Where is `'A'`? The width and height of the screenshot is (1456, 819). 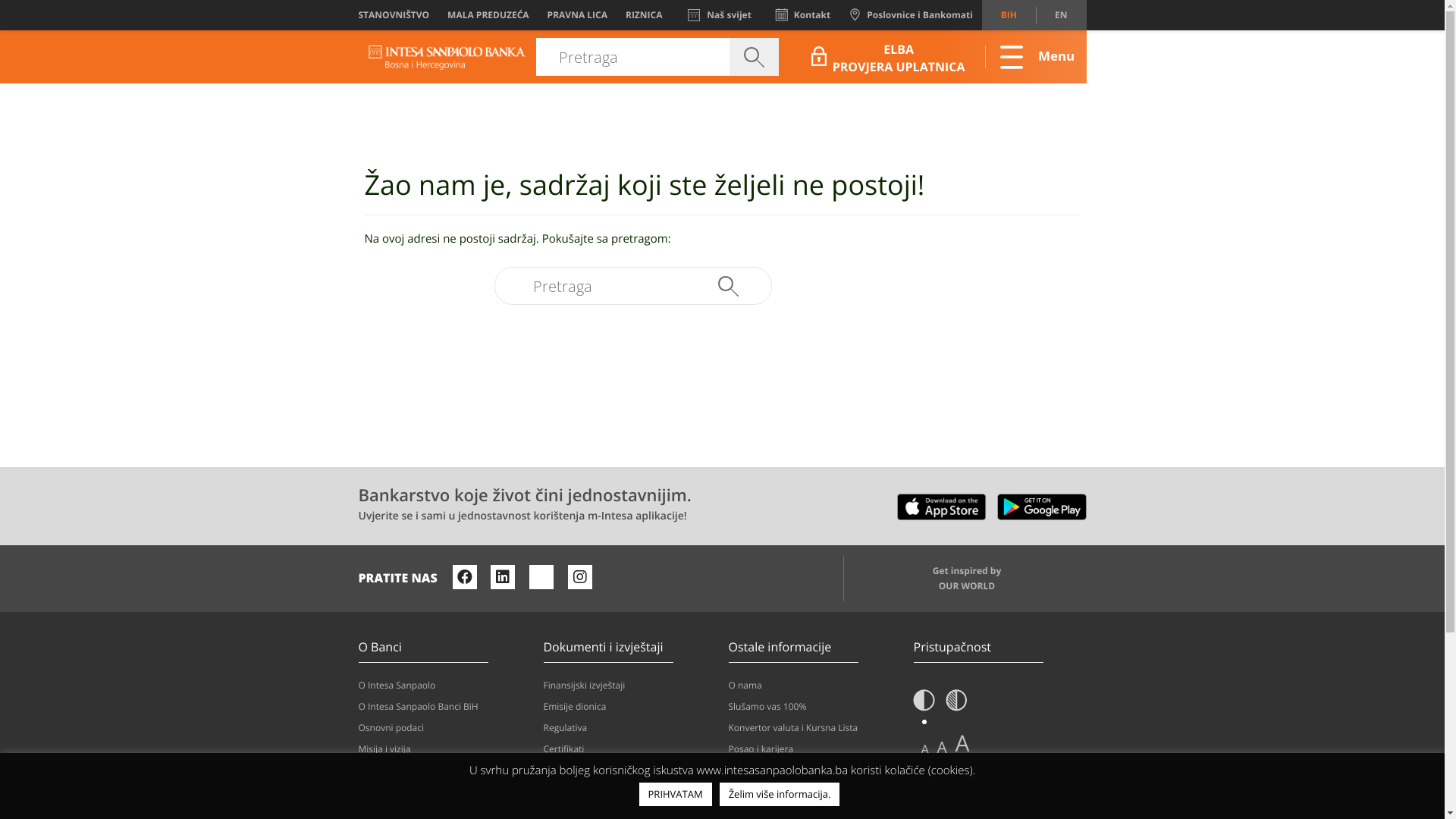 'A' is located at coordinates (962, 742).